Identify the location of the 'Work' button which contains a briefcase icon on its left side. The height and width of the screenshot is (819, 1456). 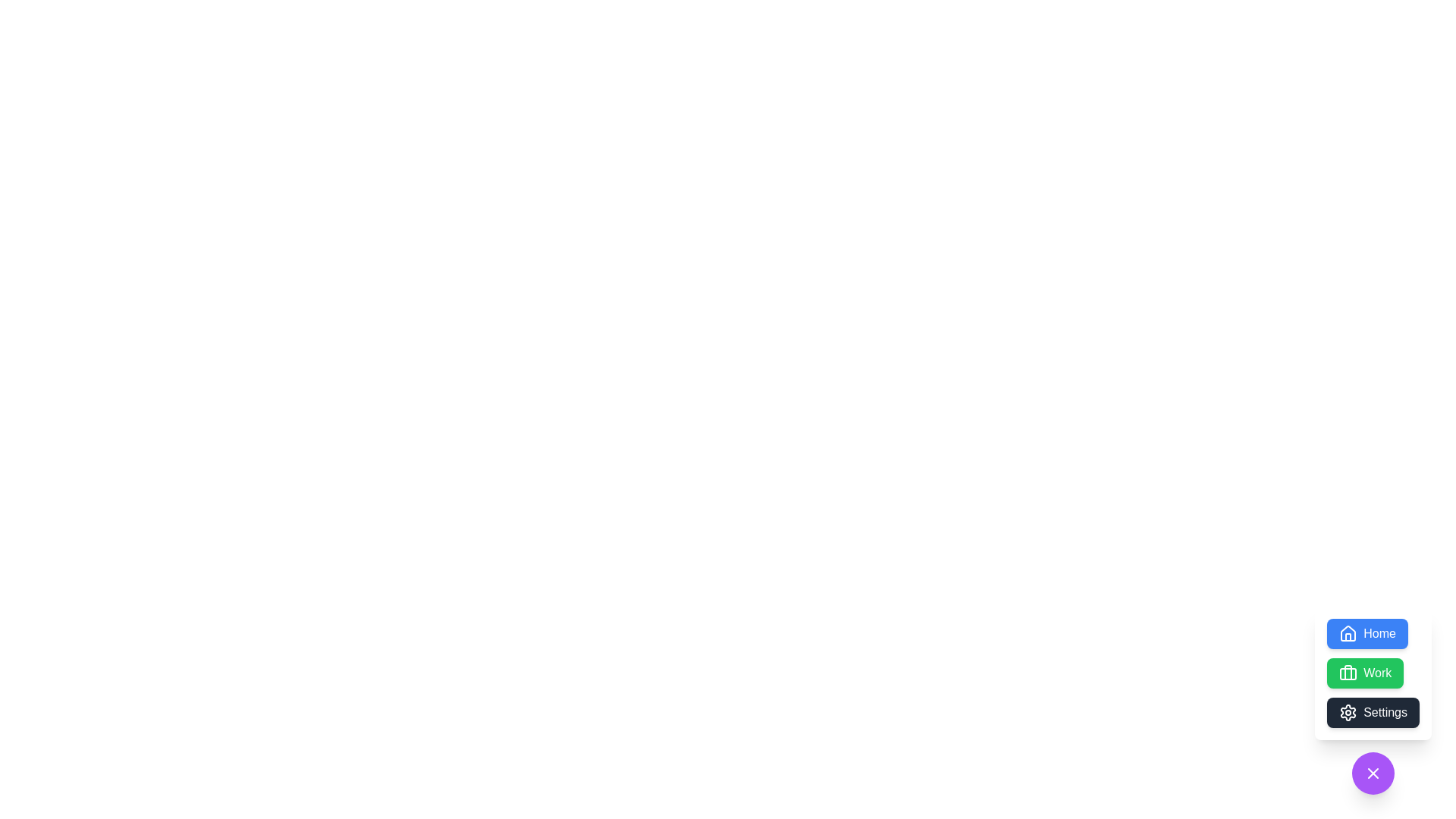
(1348, 672).